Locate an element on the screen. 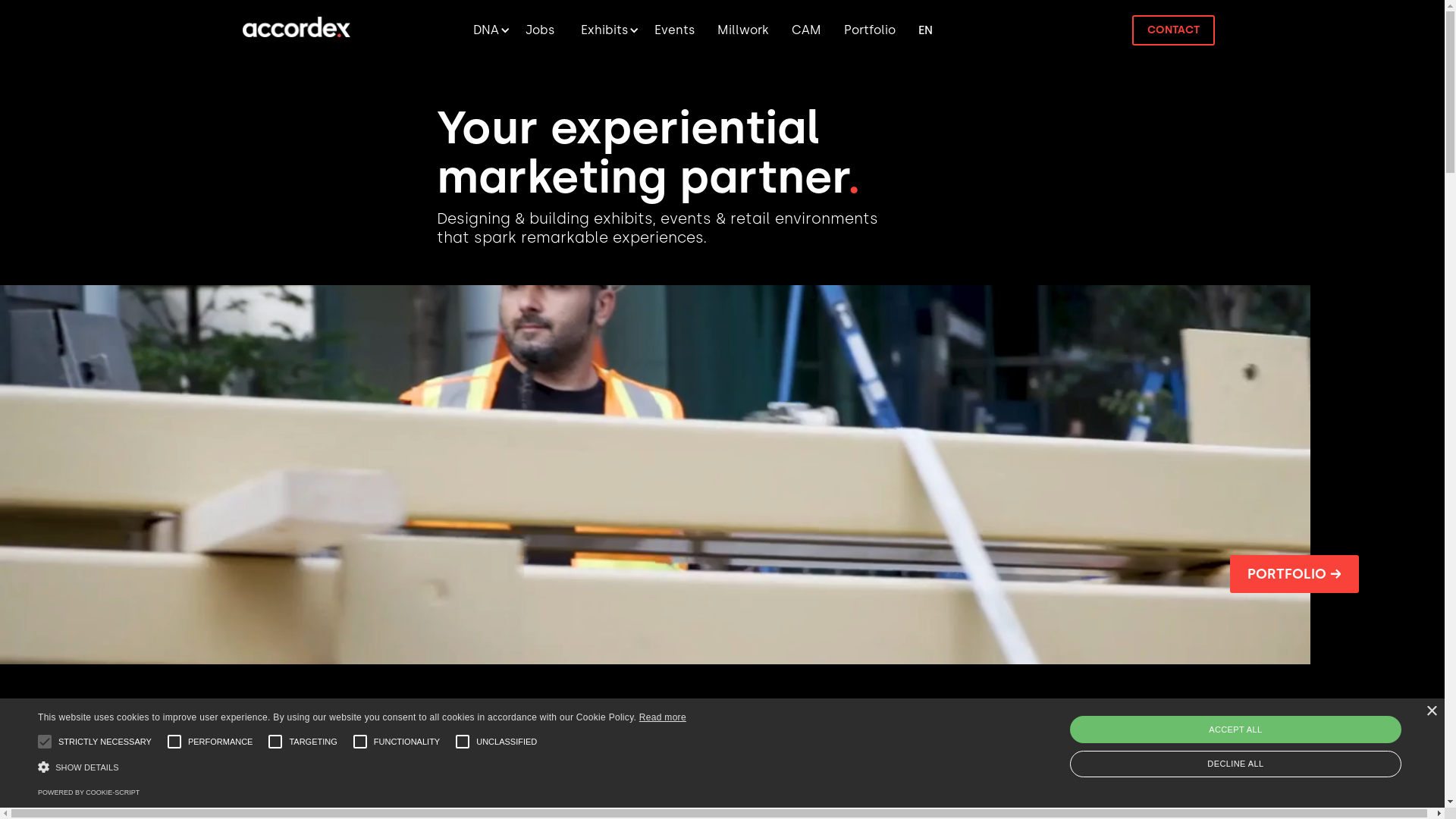 This screenshot has height=819, width=1456. 'FR is located at coordinates (924, 30).